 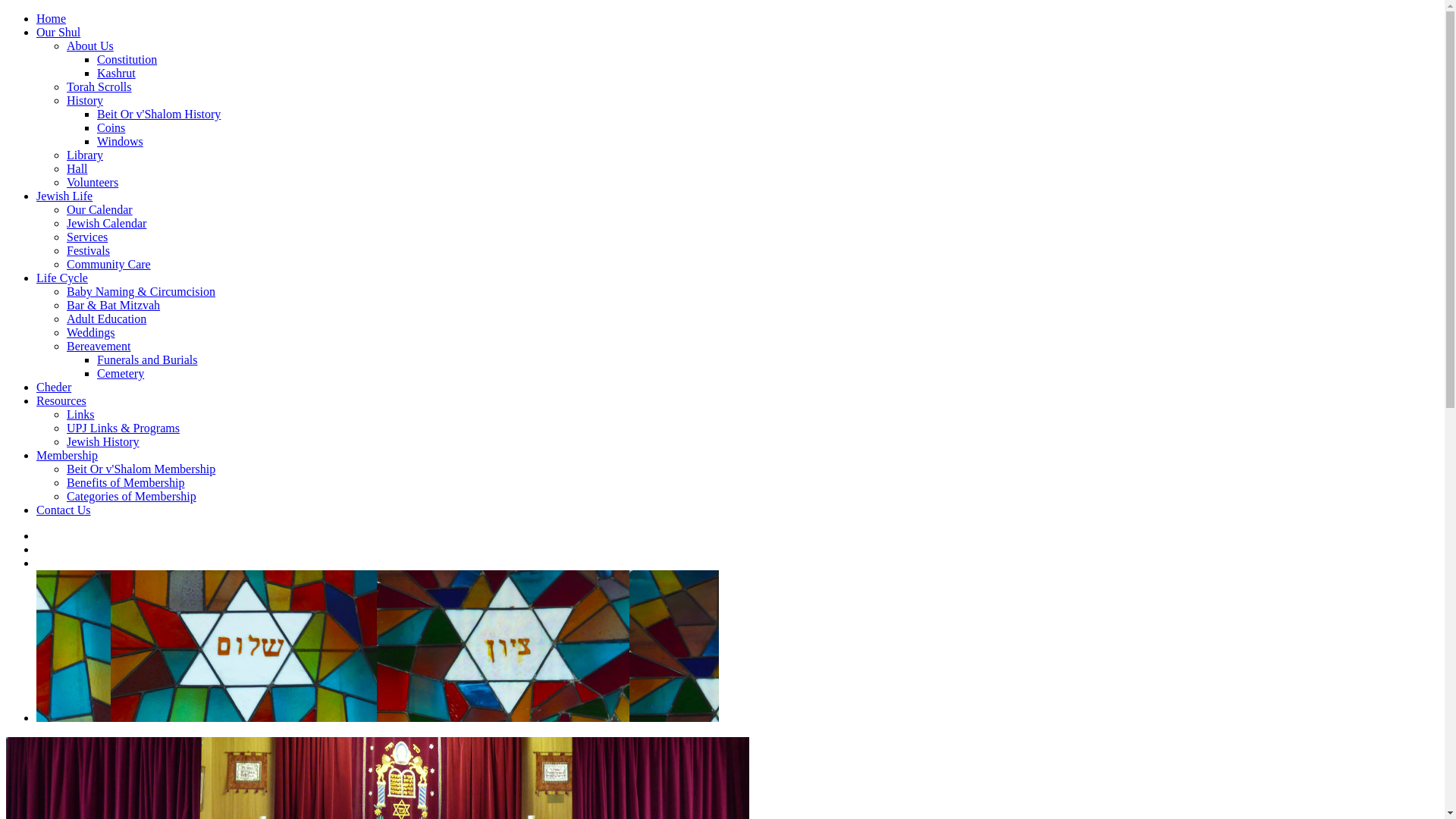 I want to click on 'Beit Or v'Shalom History', so click(x=96, y=113).